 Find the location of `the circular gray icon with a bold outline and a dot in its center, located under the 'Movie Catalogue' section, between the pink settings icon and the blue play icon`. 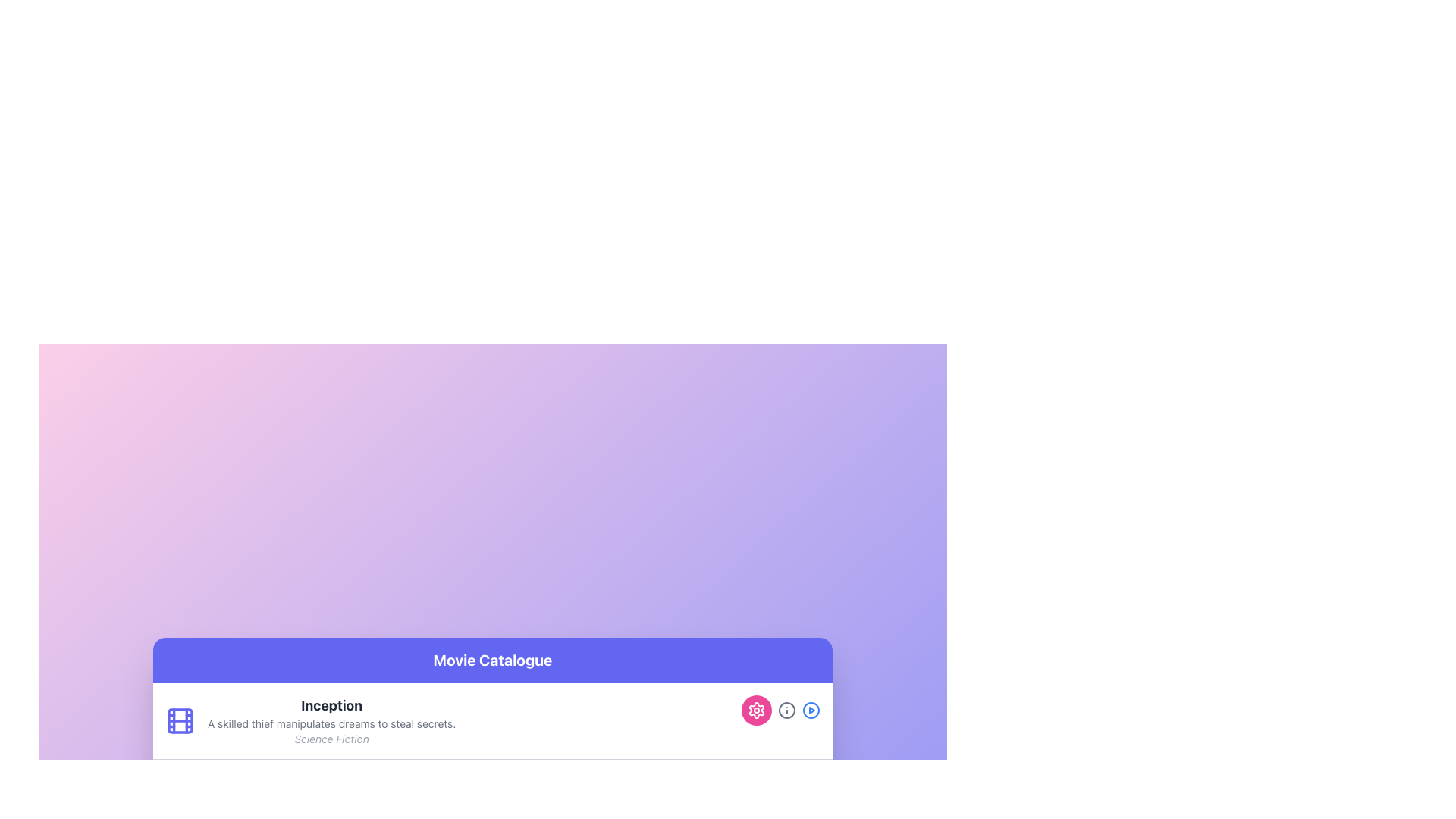

the circular gray icon with a bold outline and a dot in its center, located under the 'Movie Catalogue' section, between the pink settings icon and the blue play icon is located at coordinates (786, 710).